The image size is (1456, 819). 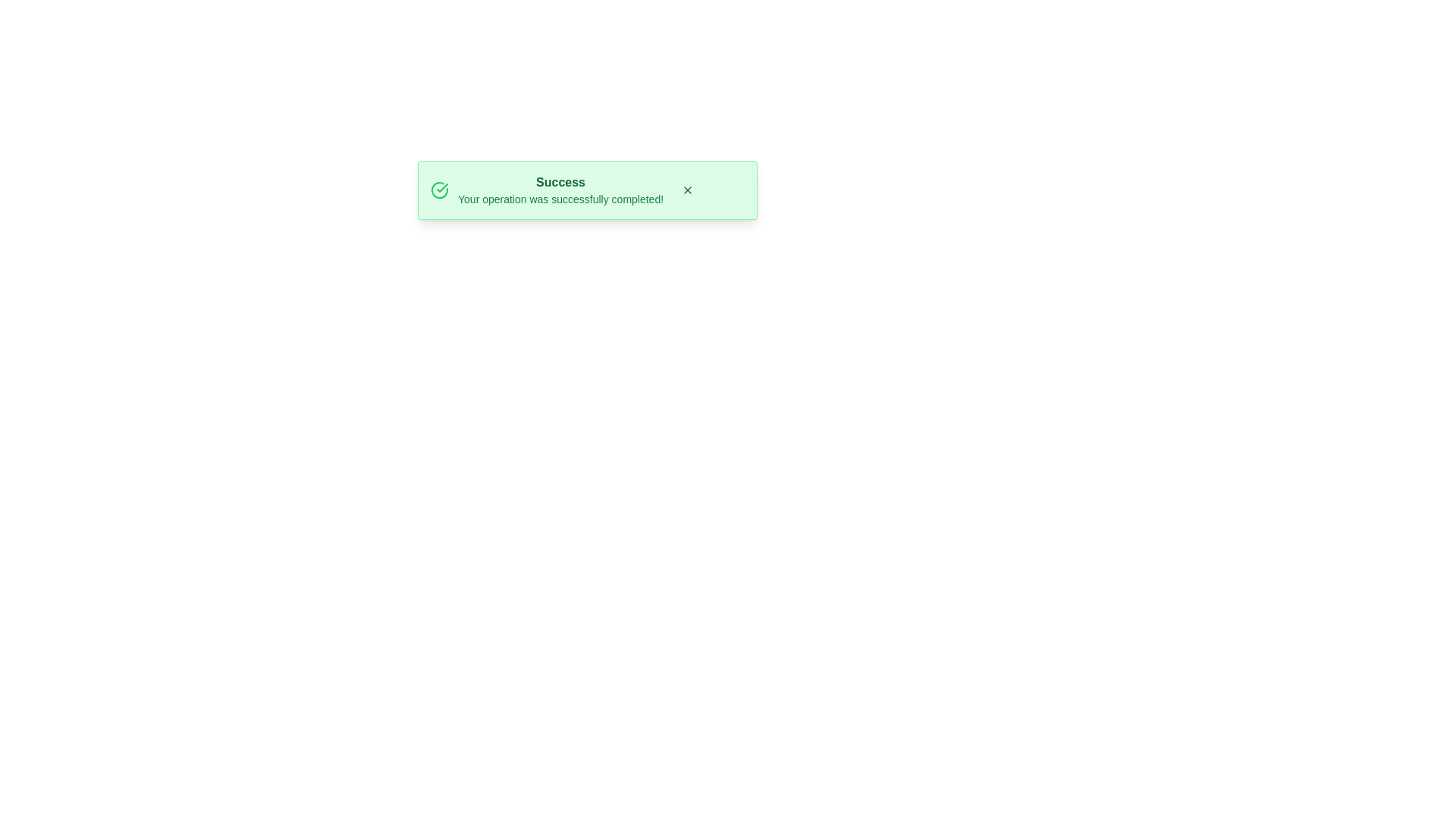 I want to click on the icon in the snackbar, so click(x=439, y=189).